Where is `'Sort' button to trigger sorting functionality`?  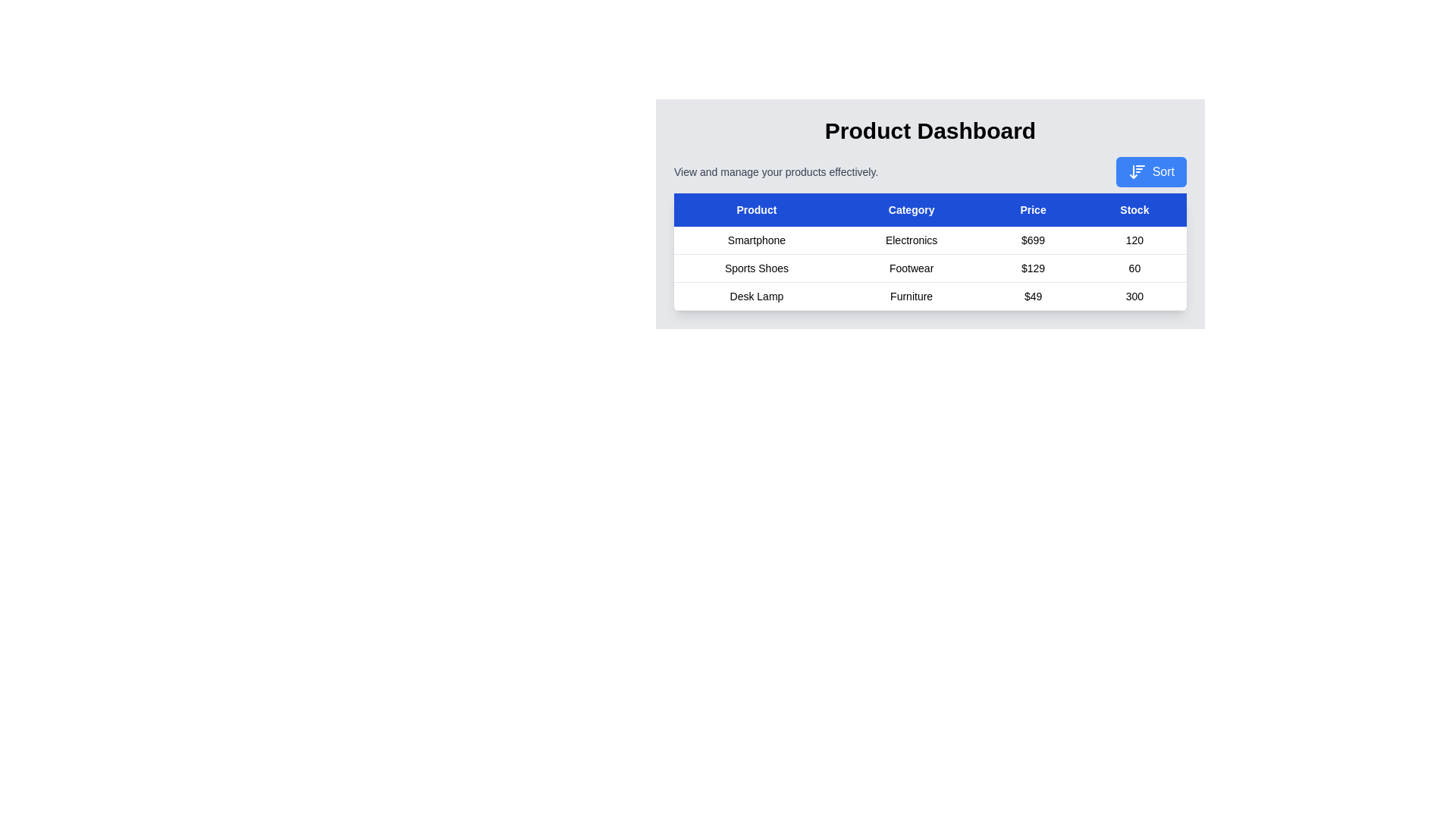
'Sort' button to trigger sorting functionality is located at coordinates (1150, 171).